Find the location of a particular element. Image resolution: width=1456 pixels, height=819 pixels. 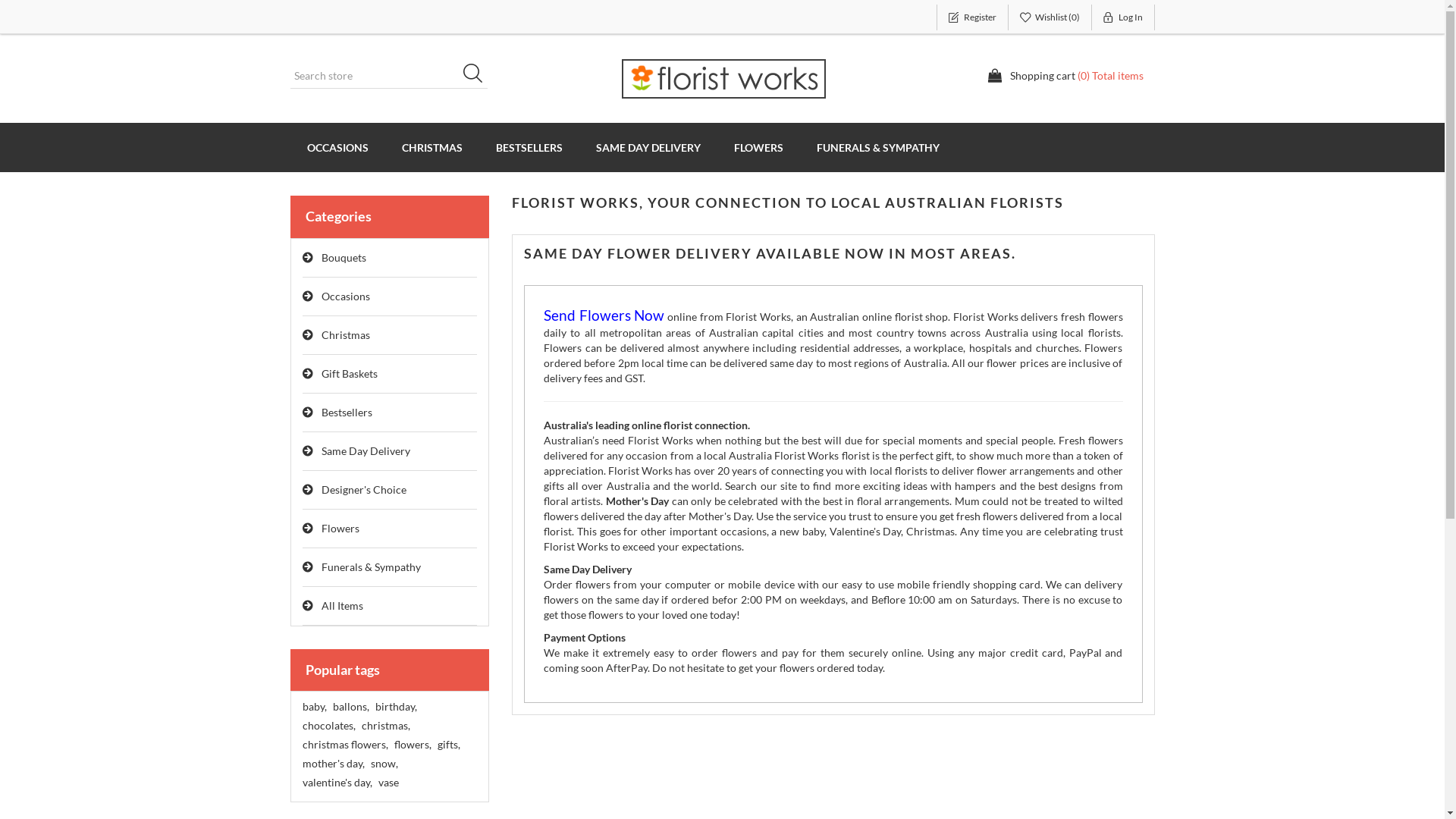

'vase' is located at coordinates (378, 783).